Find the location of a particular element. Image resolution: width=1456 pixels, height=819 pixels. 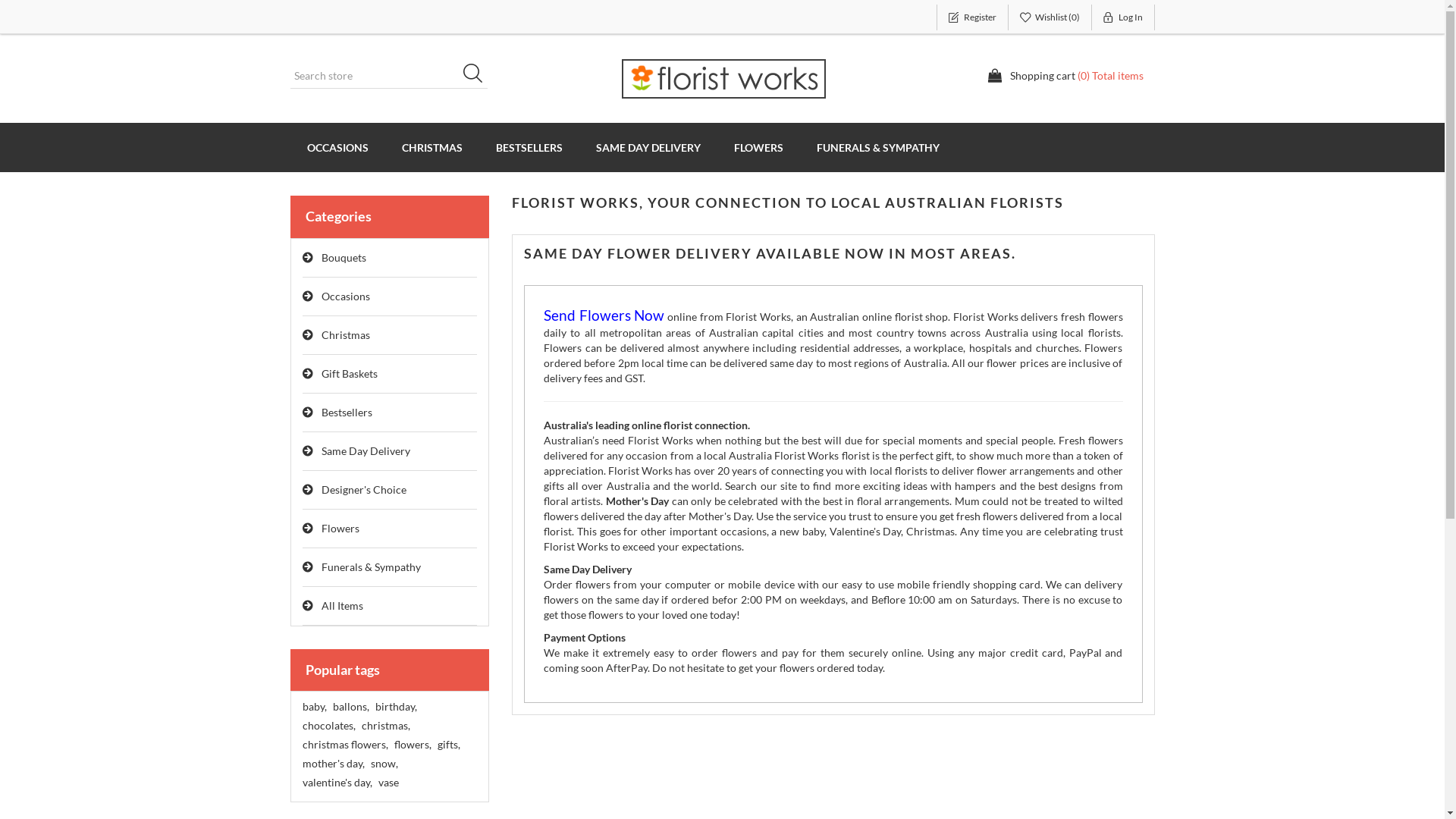

'vase' is located at coordinates (378, 783).